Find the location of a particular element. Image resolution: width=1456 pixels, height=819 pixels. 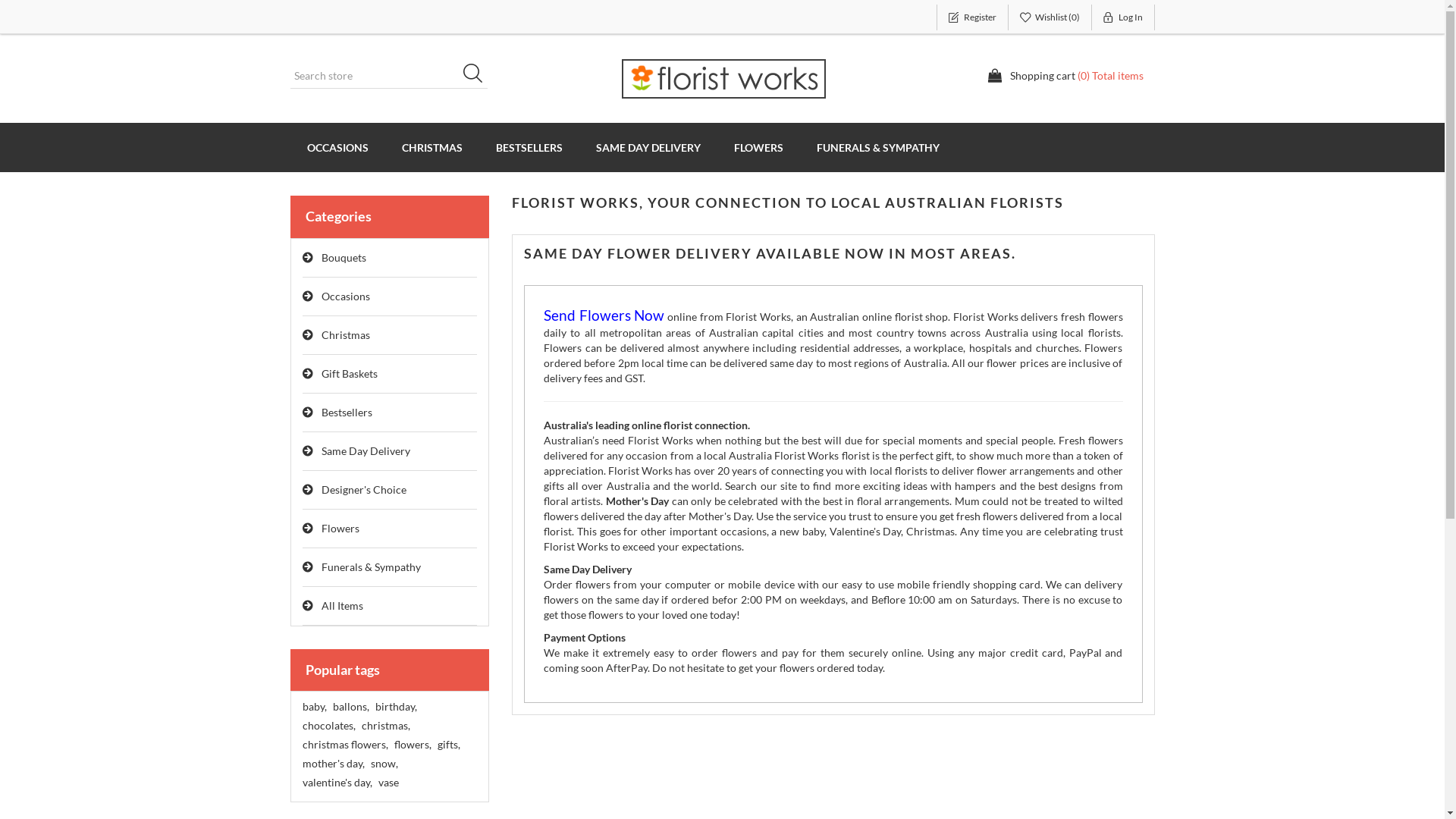

'vase' is located at coordinates (378, 783).